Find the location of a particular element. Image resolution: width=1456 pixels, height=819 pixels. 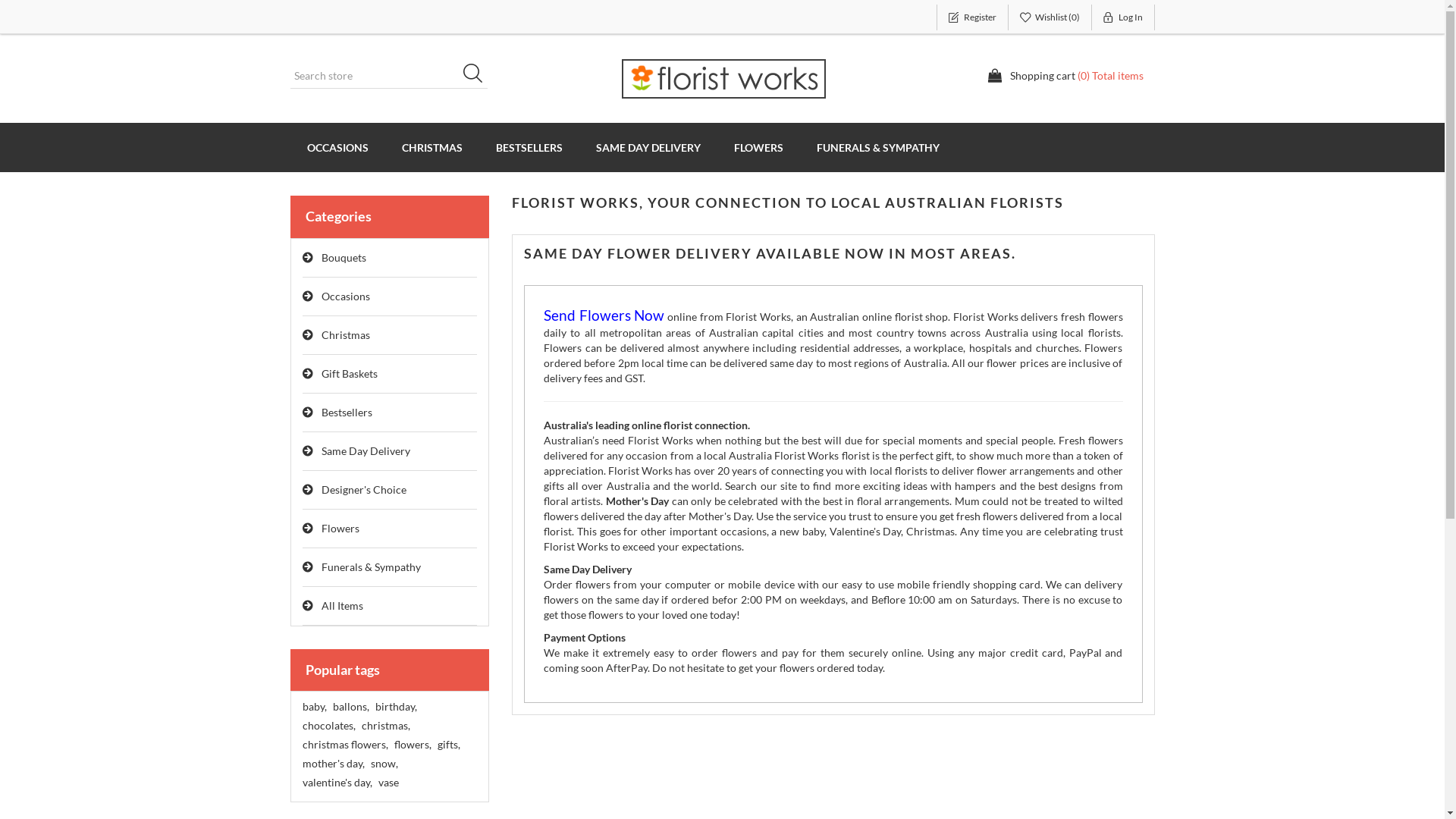

'vase' is located at coordinates (378, 783).